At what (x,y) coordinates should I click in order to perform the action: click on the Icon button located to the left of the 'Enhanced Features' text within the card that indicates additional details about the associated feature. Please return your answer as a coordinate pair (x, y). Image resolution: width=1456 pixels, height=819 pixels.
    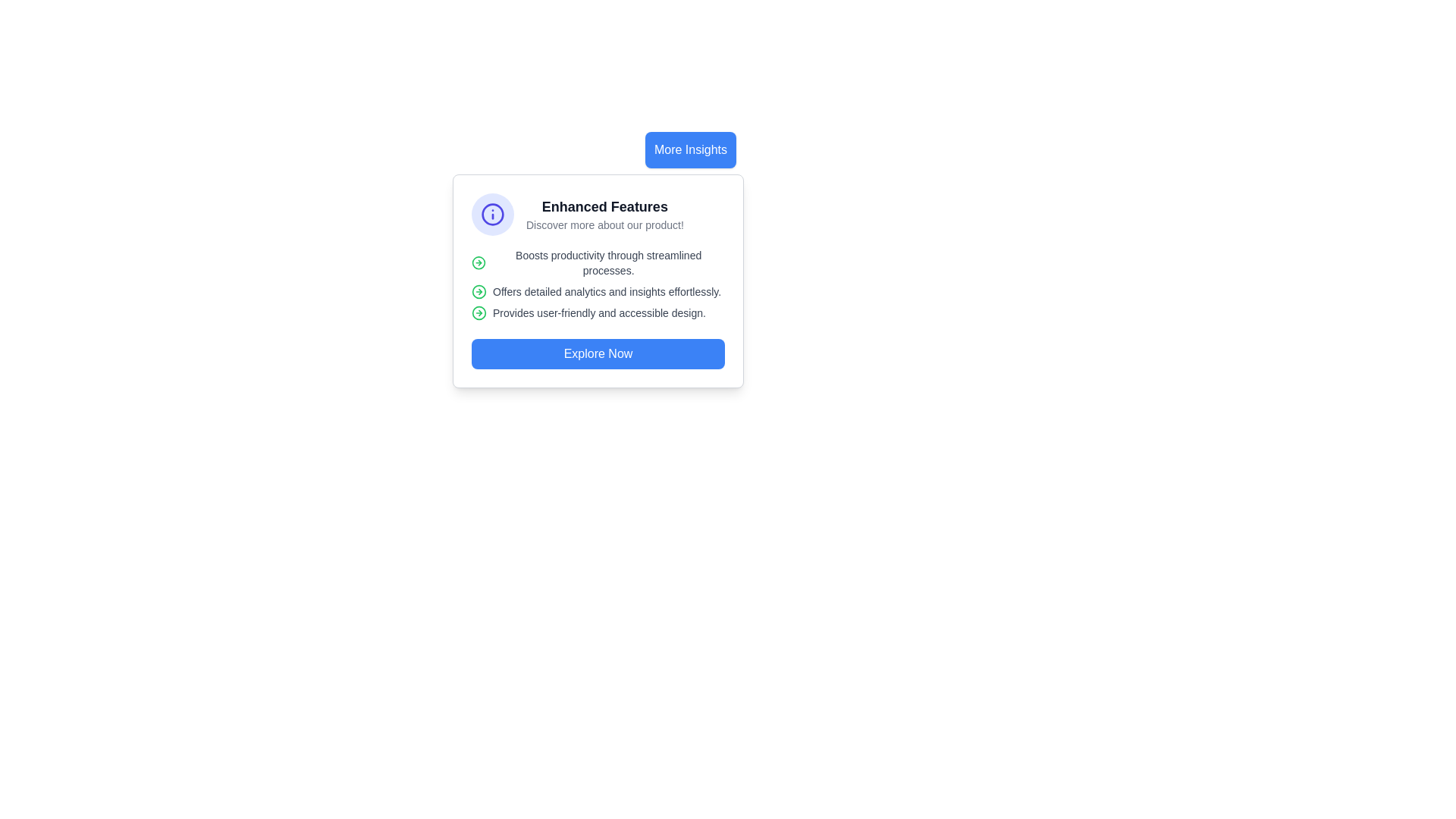
    Looking at the image, I should click on (492, 214).